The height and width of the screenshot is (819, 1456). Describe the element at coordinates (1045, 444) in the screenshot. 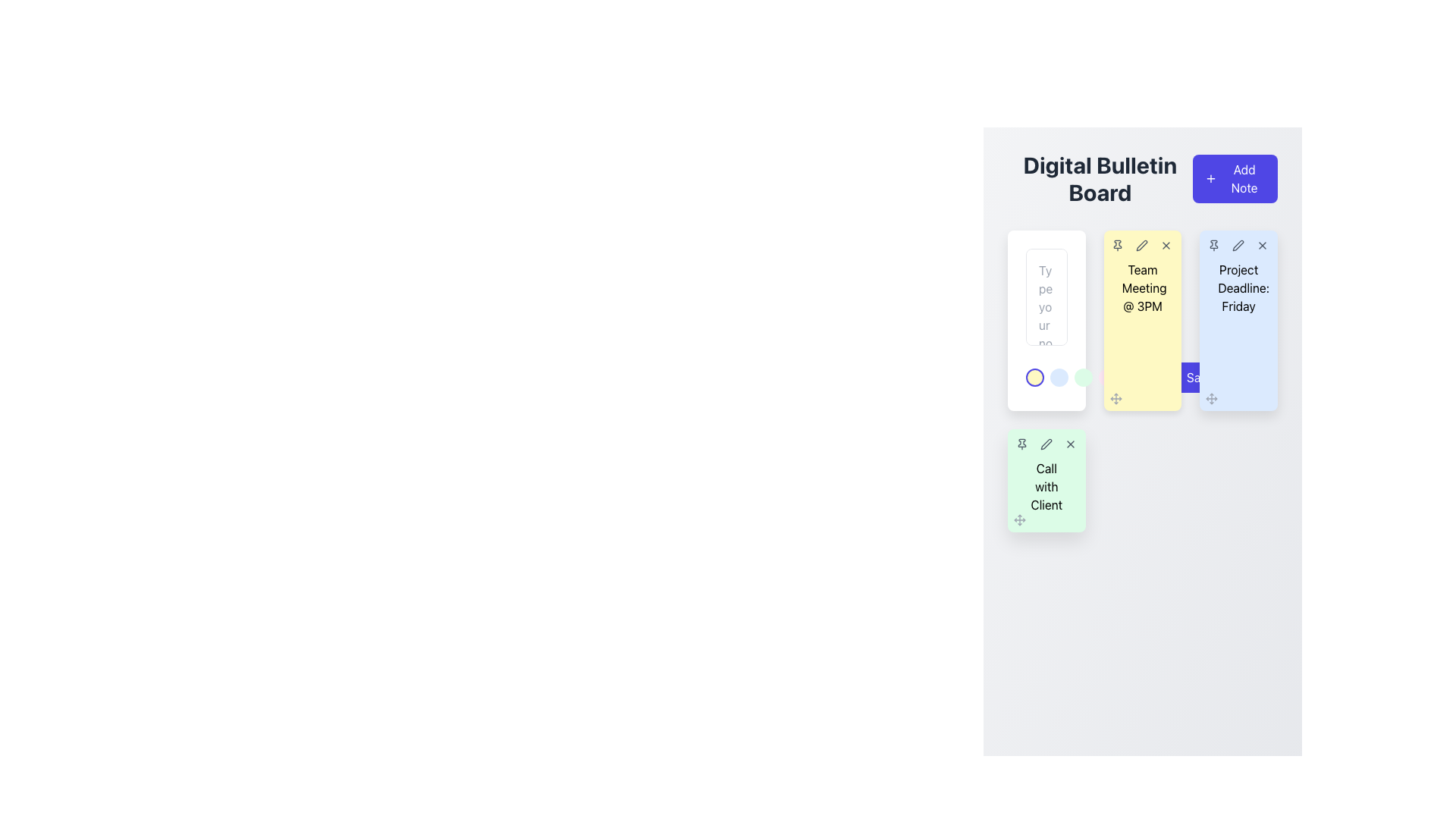

I see `the edit button located at the top-right corner of the 'Call with Client' card` at that location.